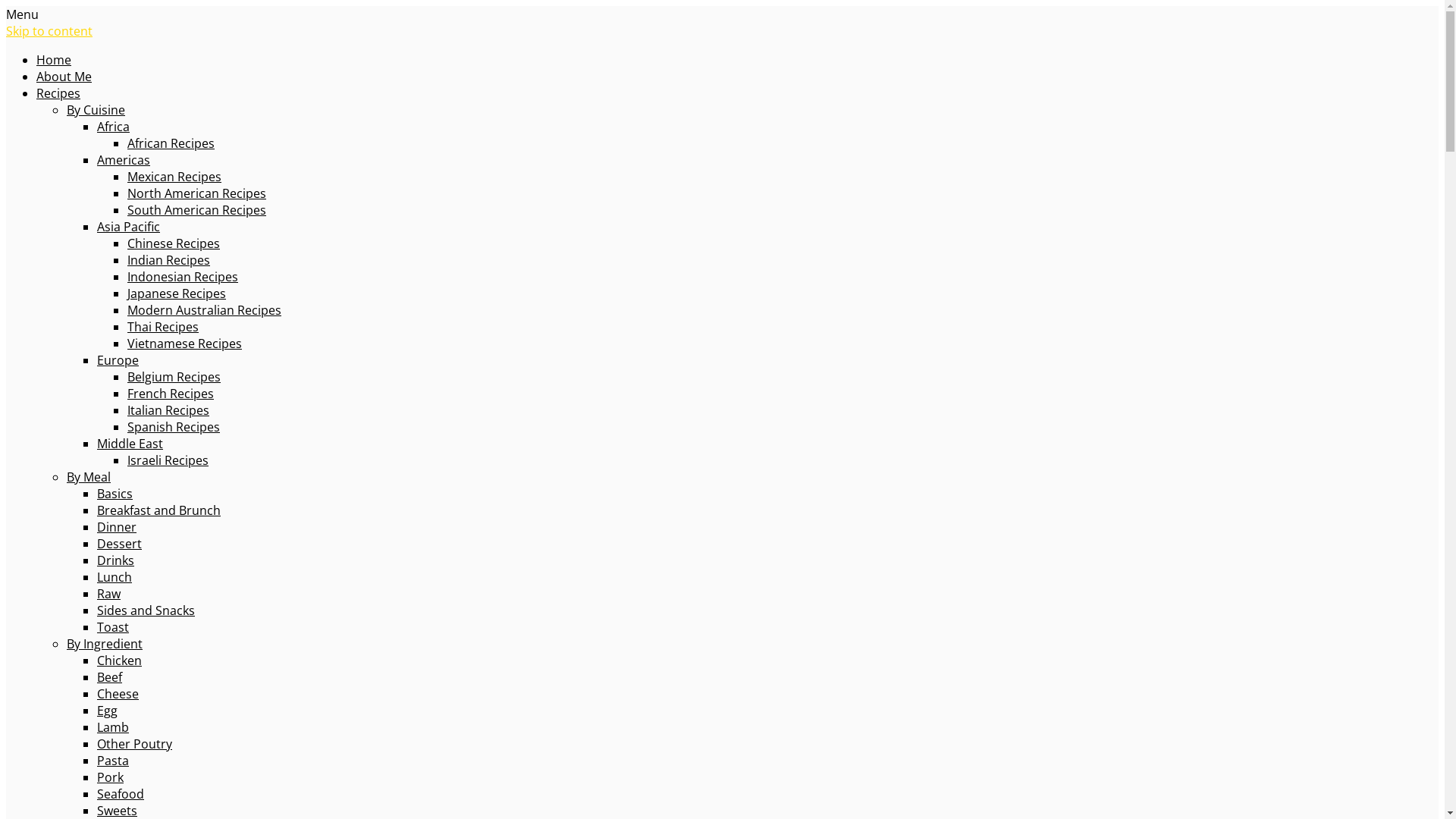  What do you see at coordinates (118, 543) in the screenshot?
I see `'Dessert'` at bounding box center [118, 543].